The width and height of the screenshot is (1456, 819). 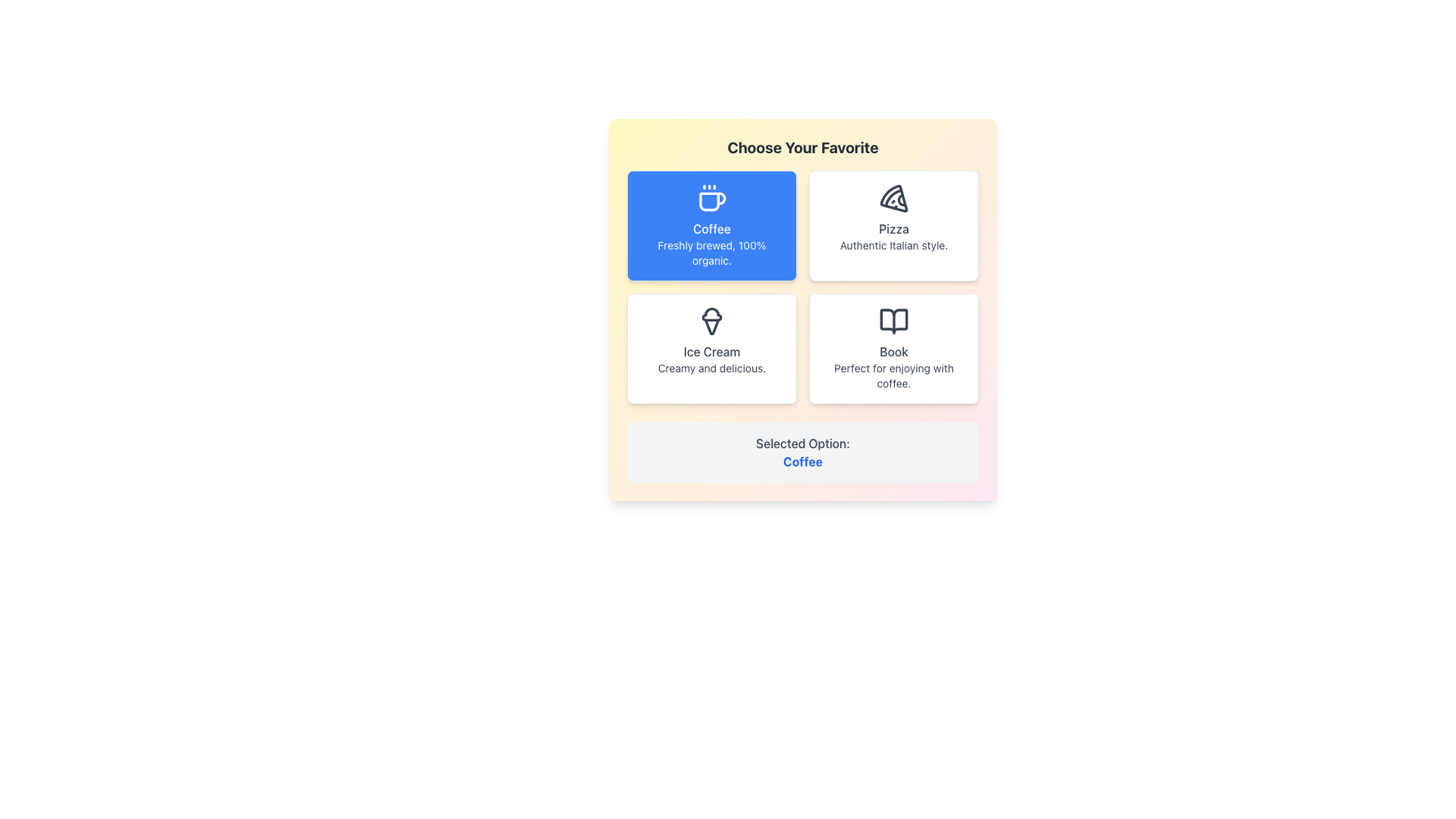 What do you see at coordinates (894, 348) in the screenshot?
I see `the fourth card in the bottom-right cell of a two-by-two grid layout, which has a white background, gray text, an open book icon, titled 'Book', and subtitled 'Perfect for enjoying with coffee.'` at bounding box center [894, 348].